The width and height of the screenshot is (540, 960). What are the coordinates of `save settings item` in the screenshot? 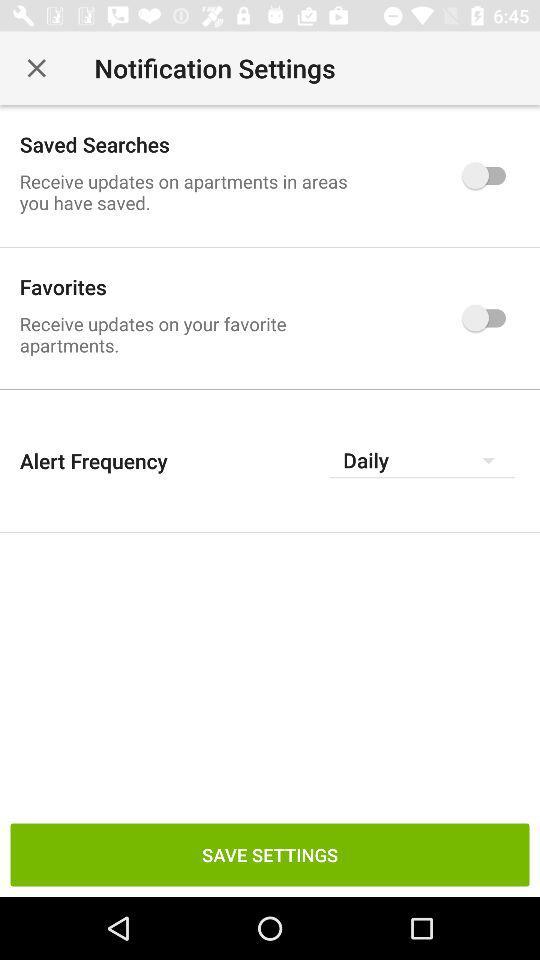 It's located at (270, 853).